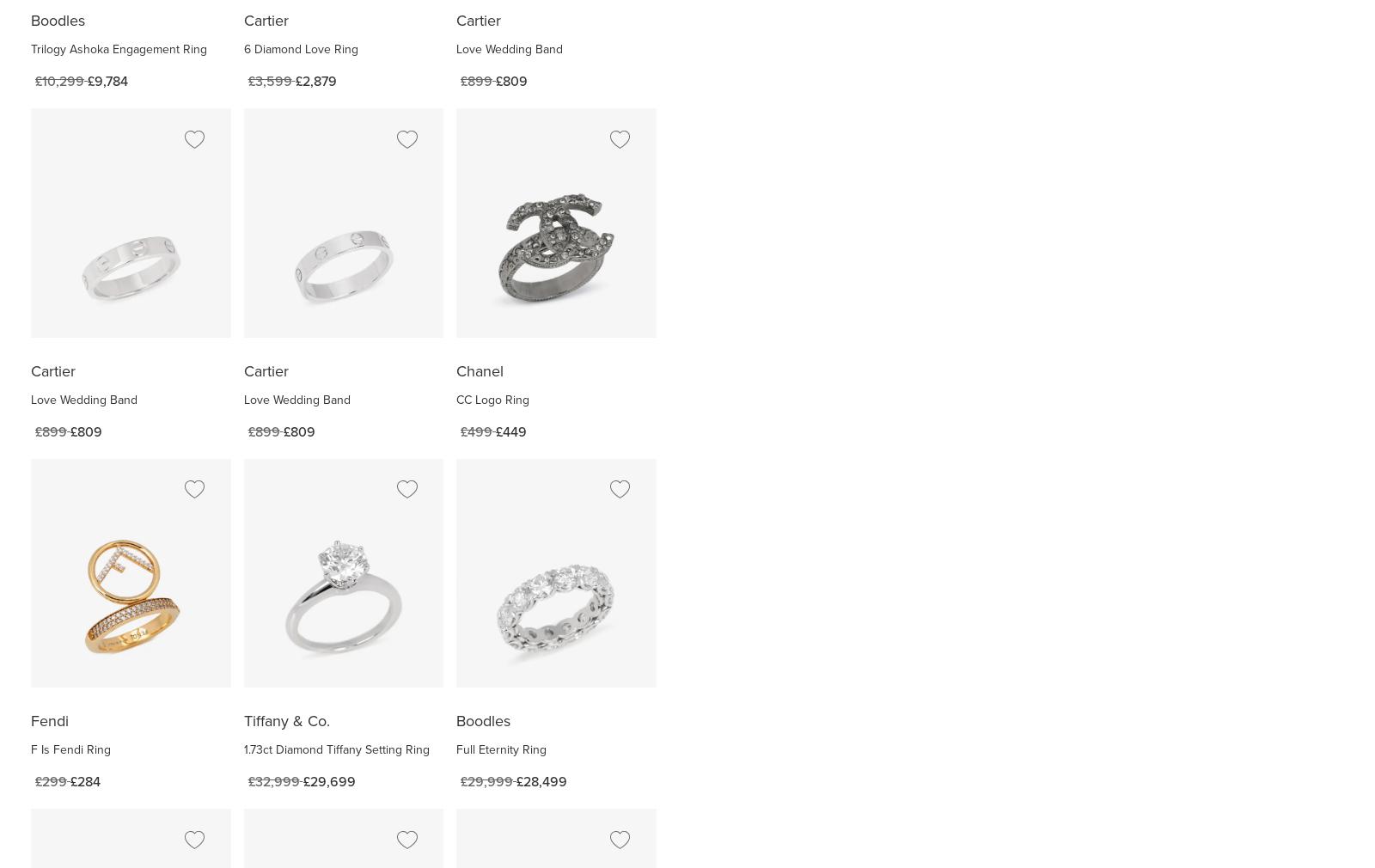 This screenshot has width=1375, height=868. I want to click on 'CC Logo Ring', so click(492, 399).